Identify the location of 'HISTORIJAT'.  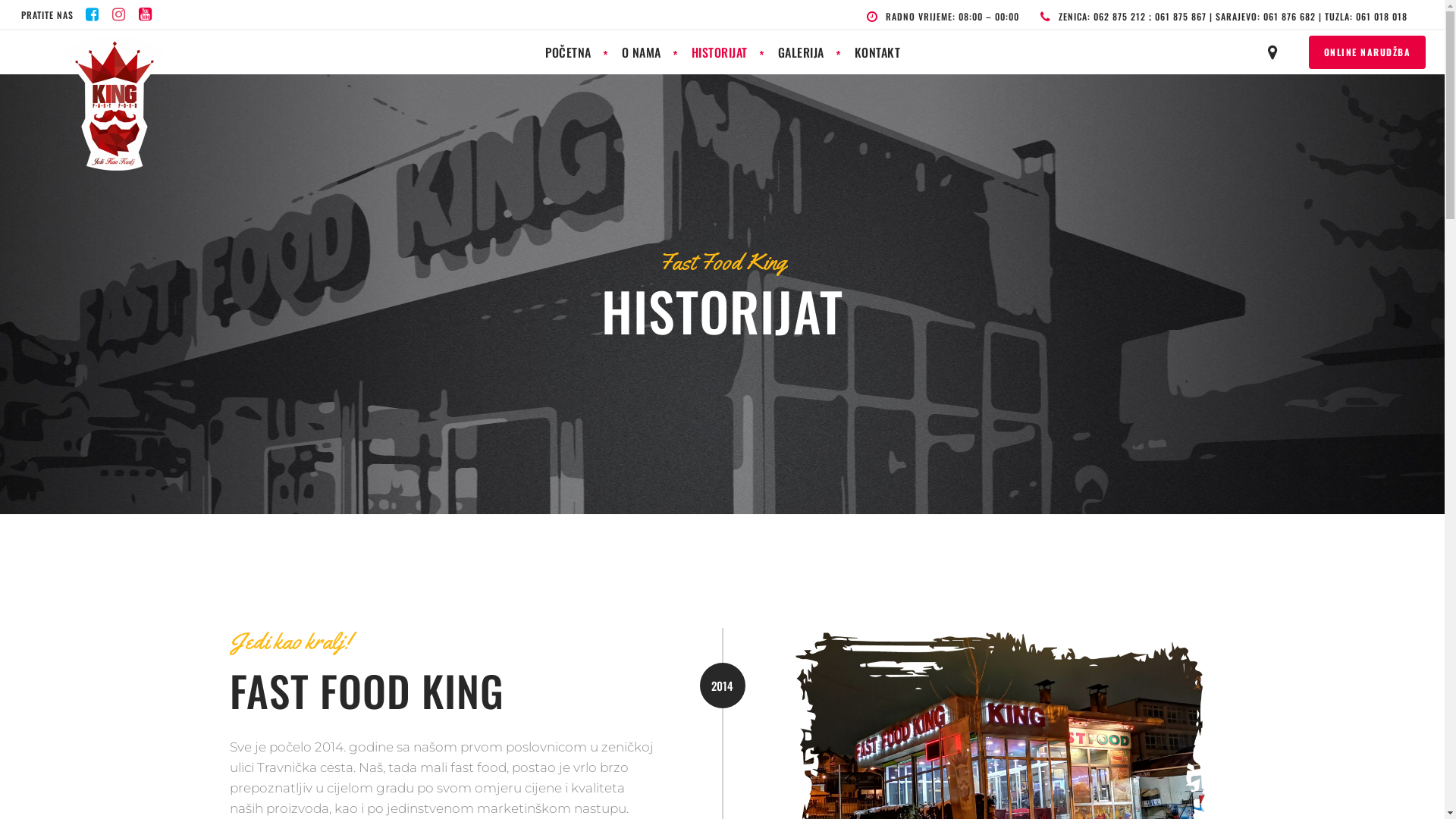
(719, 52).